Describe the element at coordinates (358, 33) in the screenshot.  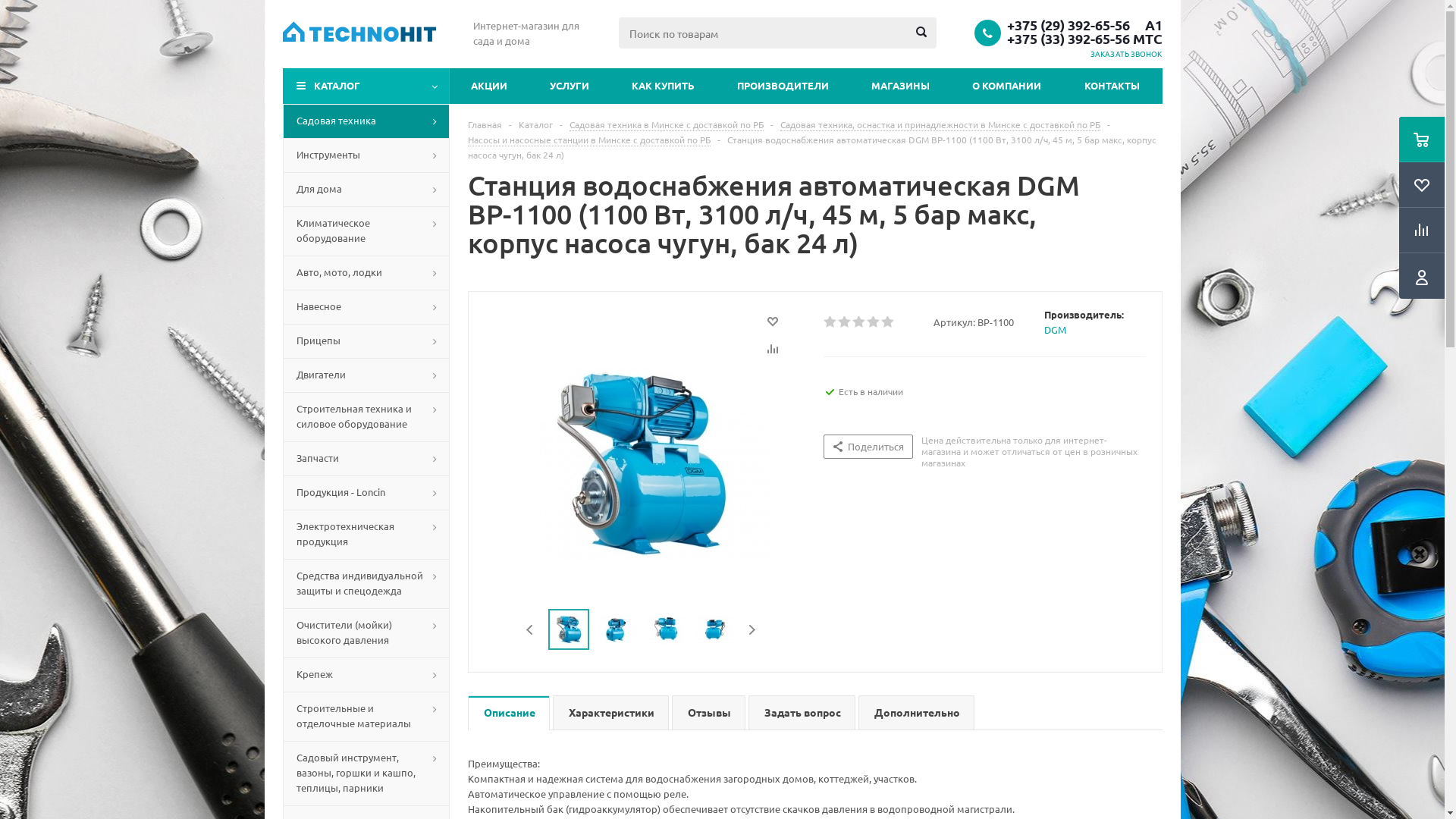
I see `'Technohit'` at that location.